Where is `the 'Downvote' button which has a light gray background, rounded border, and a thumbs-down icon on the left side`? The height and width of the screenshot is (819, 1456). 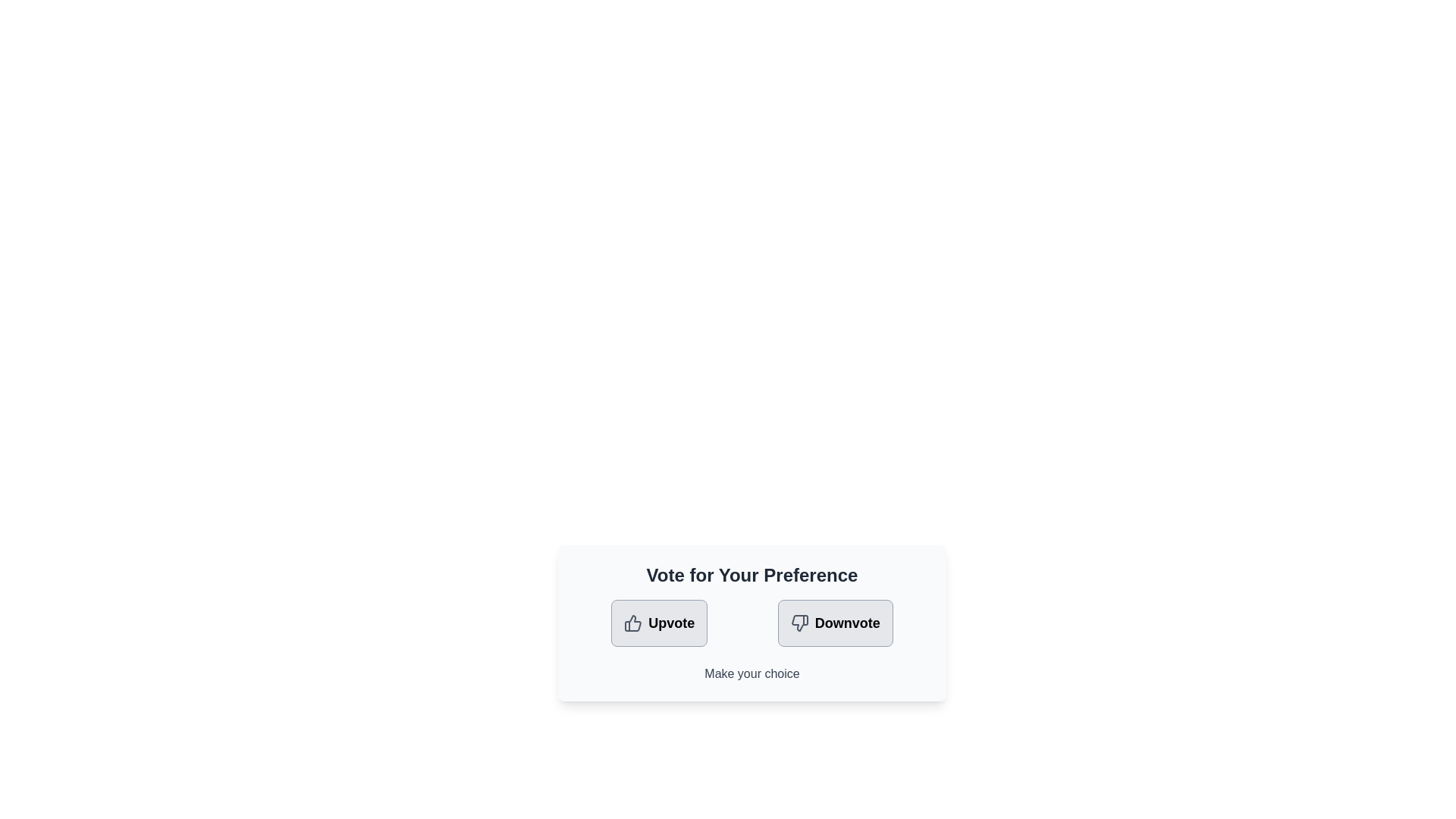 the 'Downvote' button which has a light gray background, rounded border, and a thumbs-down icon on the left side is located at coordinates (834, 623).